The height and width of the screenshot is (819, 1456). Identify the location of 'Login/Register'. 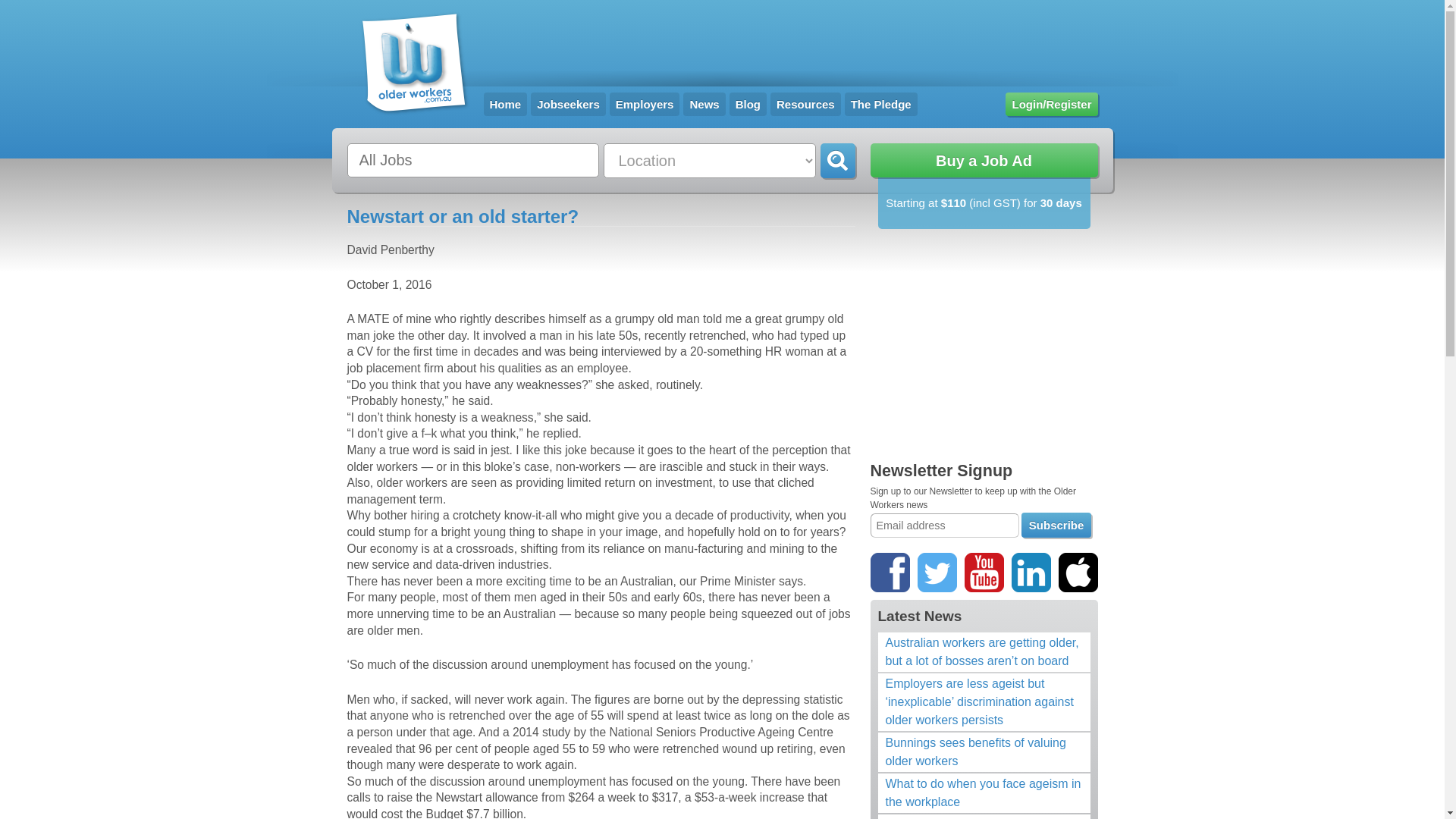
(1050, 103).